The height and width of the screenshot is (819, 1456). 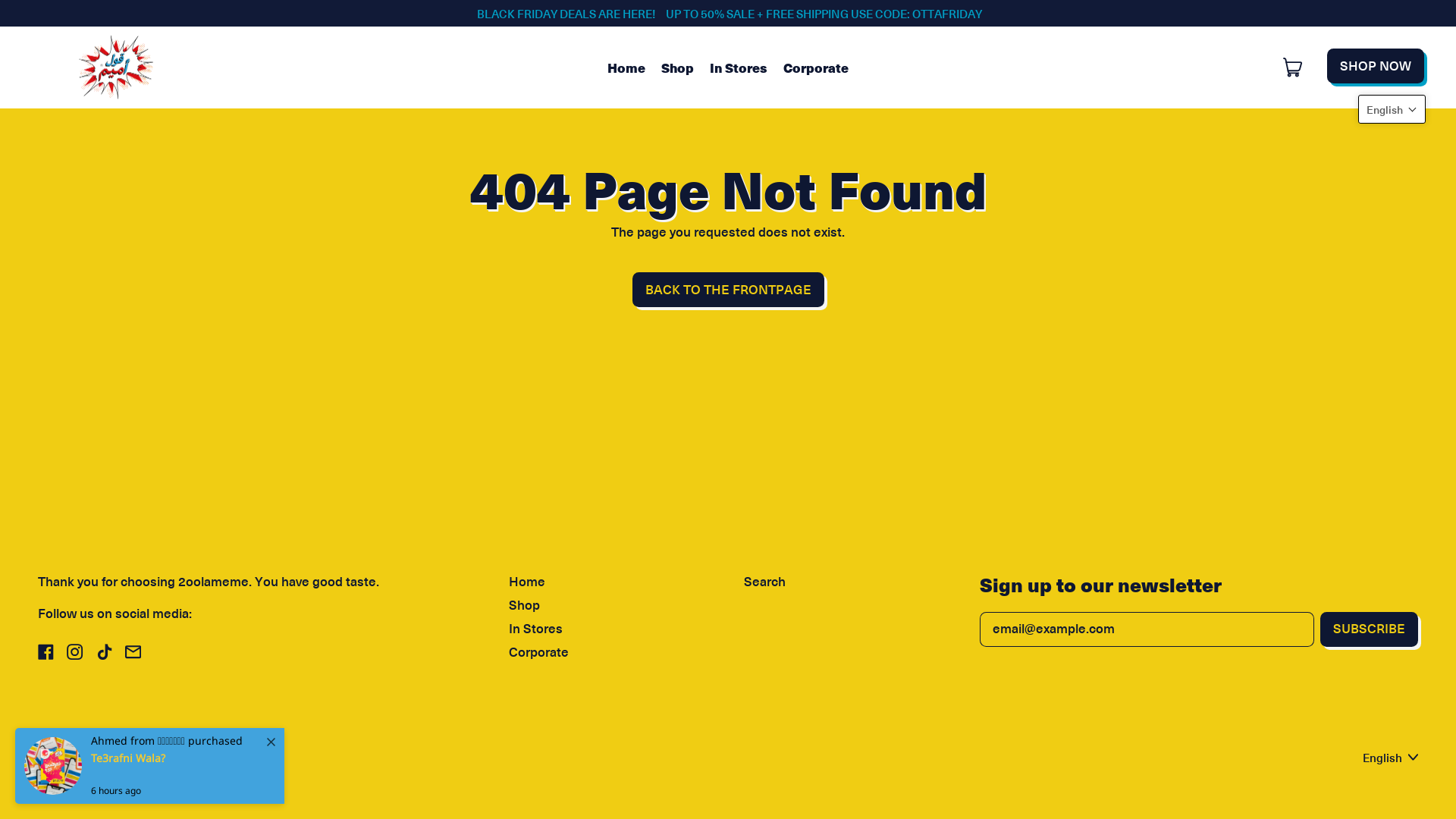 I want to click on 'Instagram', so click(x=74, y=654).